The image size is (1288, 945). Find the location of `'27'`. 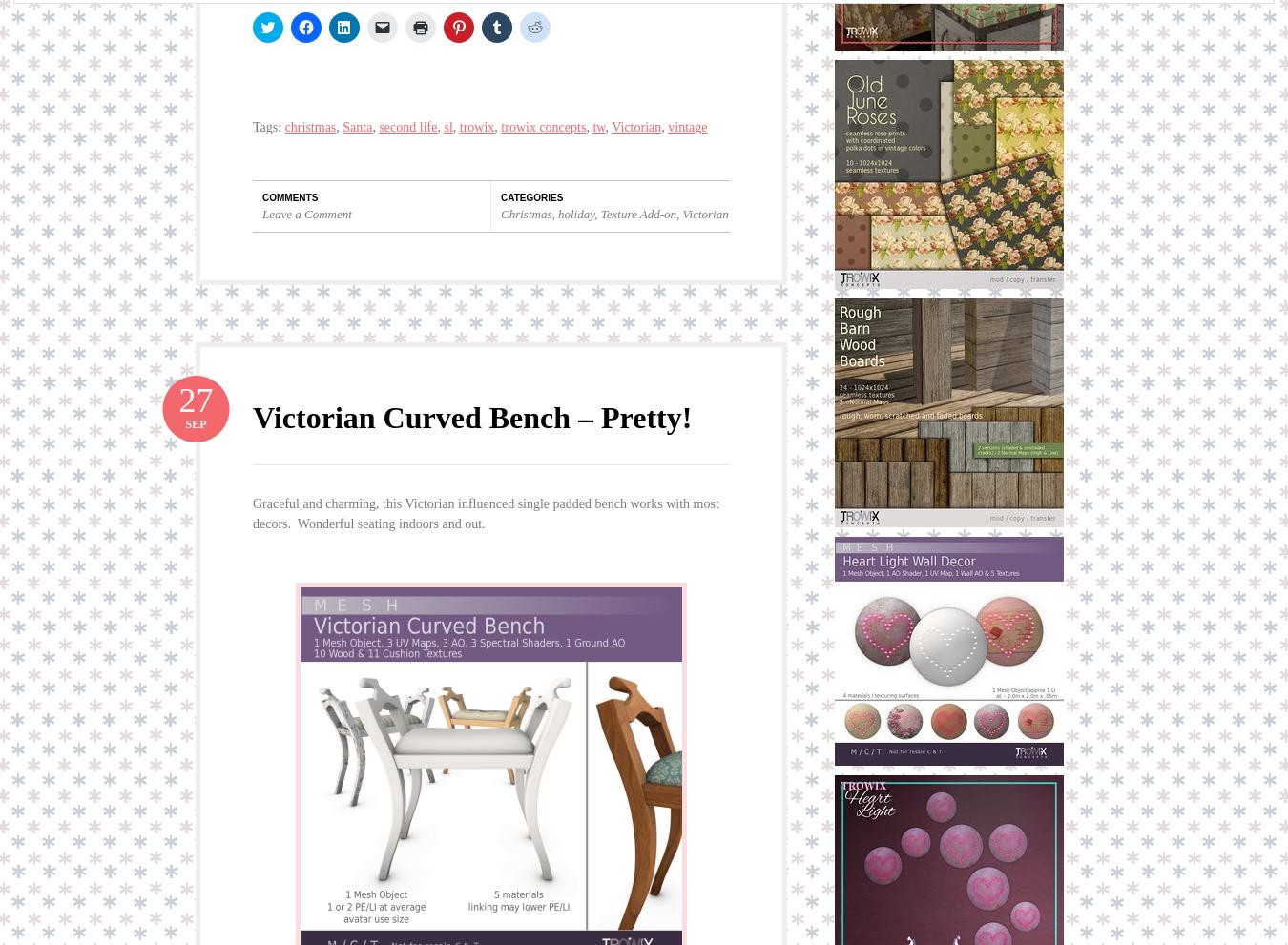

'27' is located at coordinates (196, 399).